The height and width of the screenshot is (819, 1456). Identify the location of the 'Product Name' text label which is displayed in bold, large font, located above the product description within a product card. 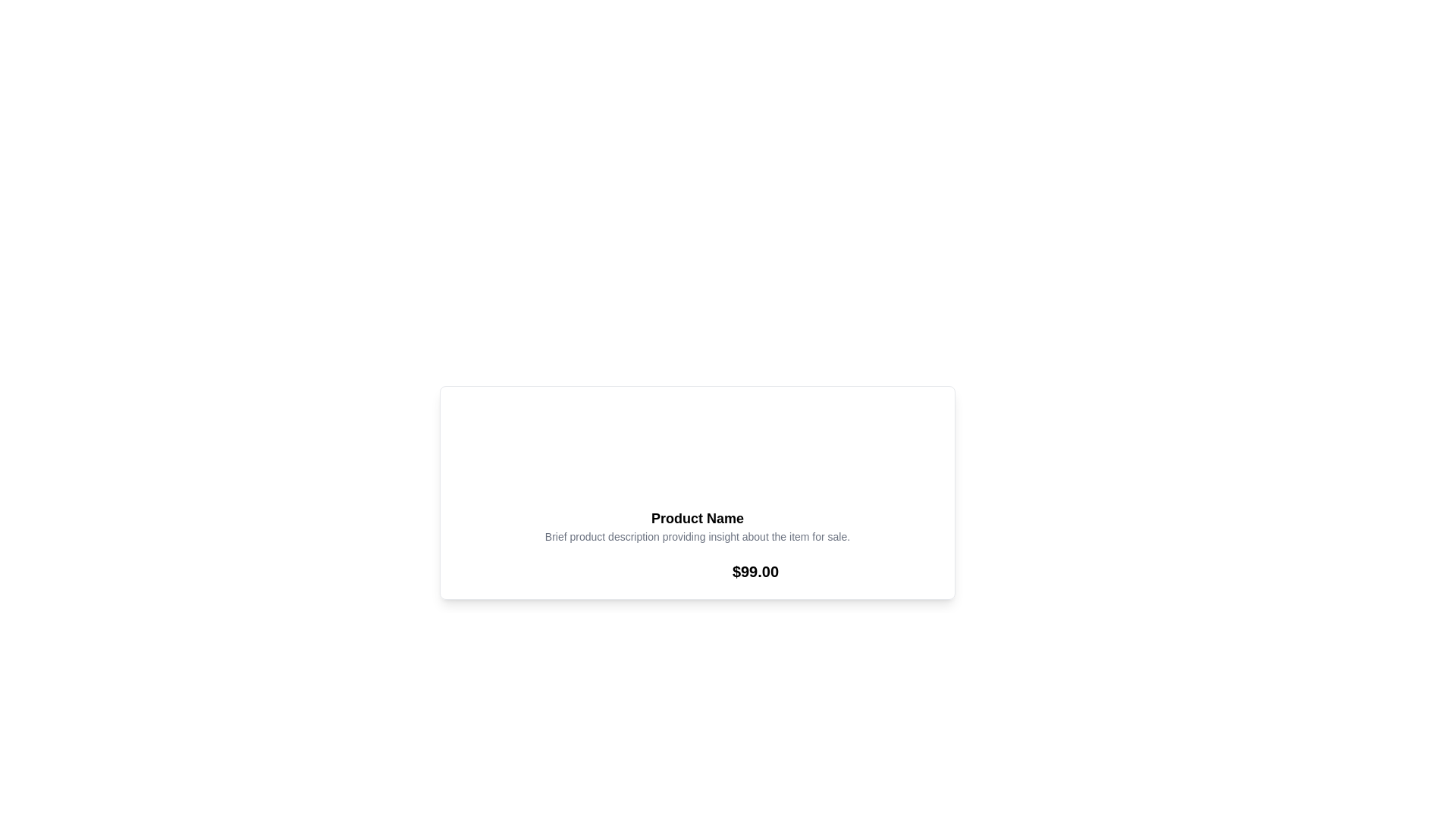
(697, 517).